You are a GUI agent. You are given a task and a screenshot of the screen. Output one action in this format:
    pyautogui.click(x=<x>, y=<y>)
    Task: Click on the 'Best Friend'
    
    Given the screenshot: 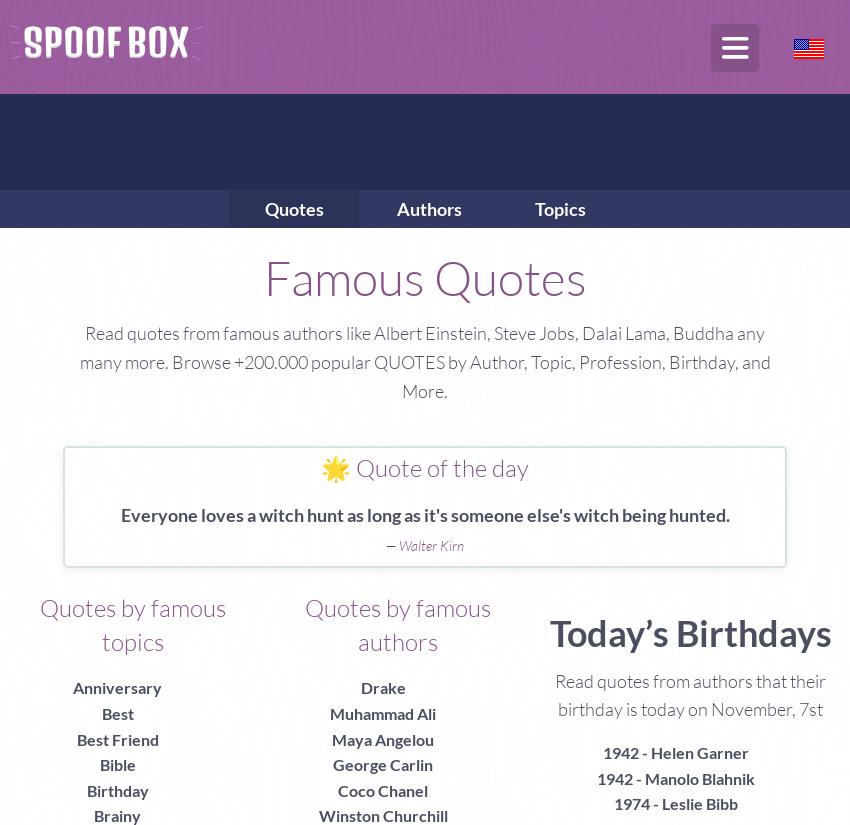 What is the action you would take?
    pyautogui.click(x=75, y=738)
    